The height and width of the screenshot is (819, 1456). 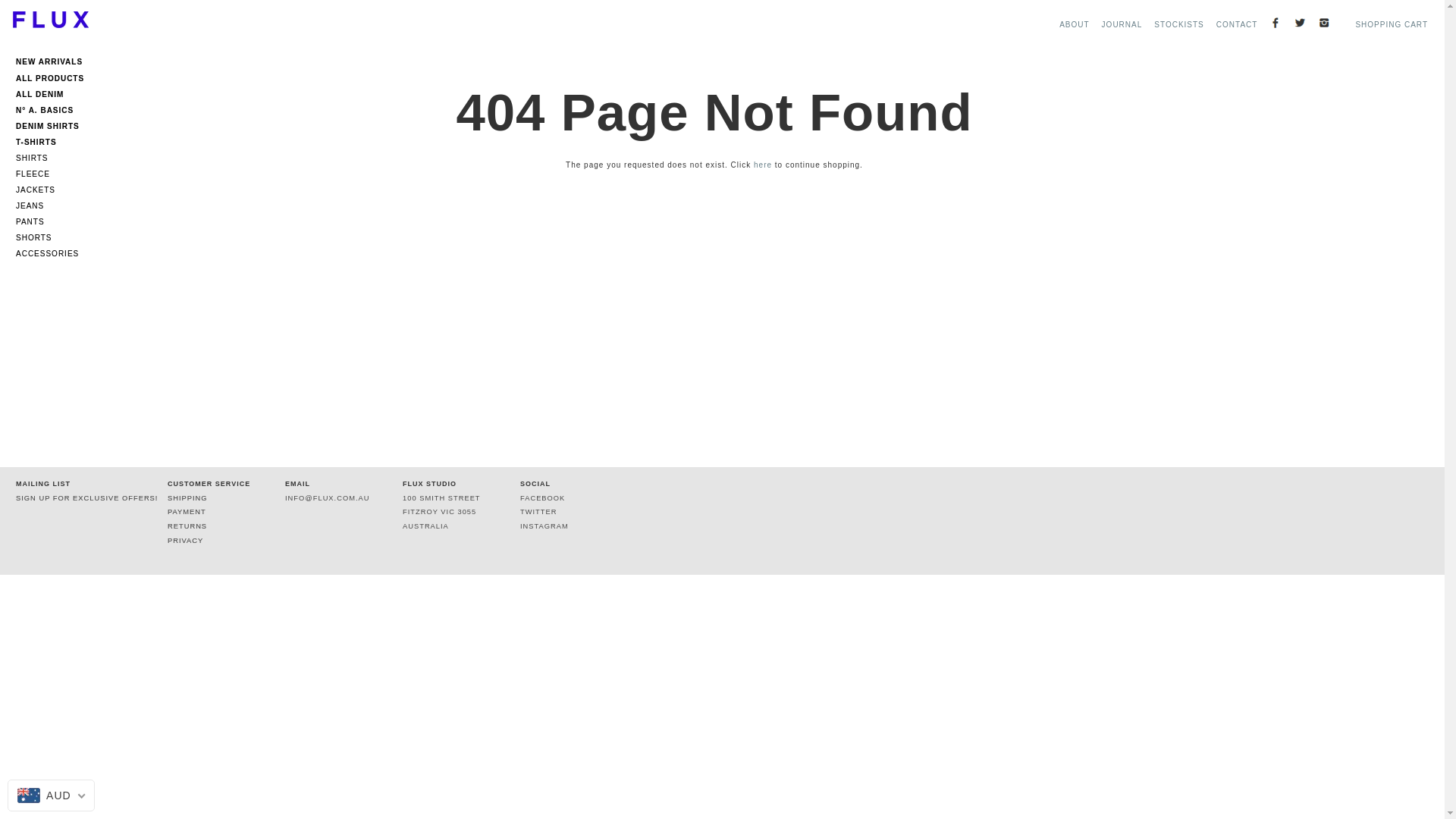 What do you see at coordinates (1391, 24) in the screenshot?
I see `'SHOPPING CART'` at bounding box center [1391, 24].